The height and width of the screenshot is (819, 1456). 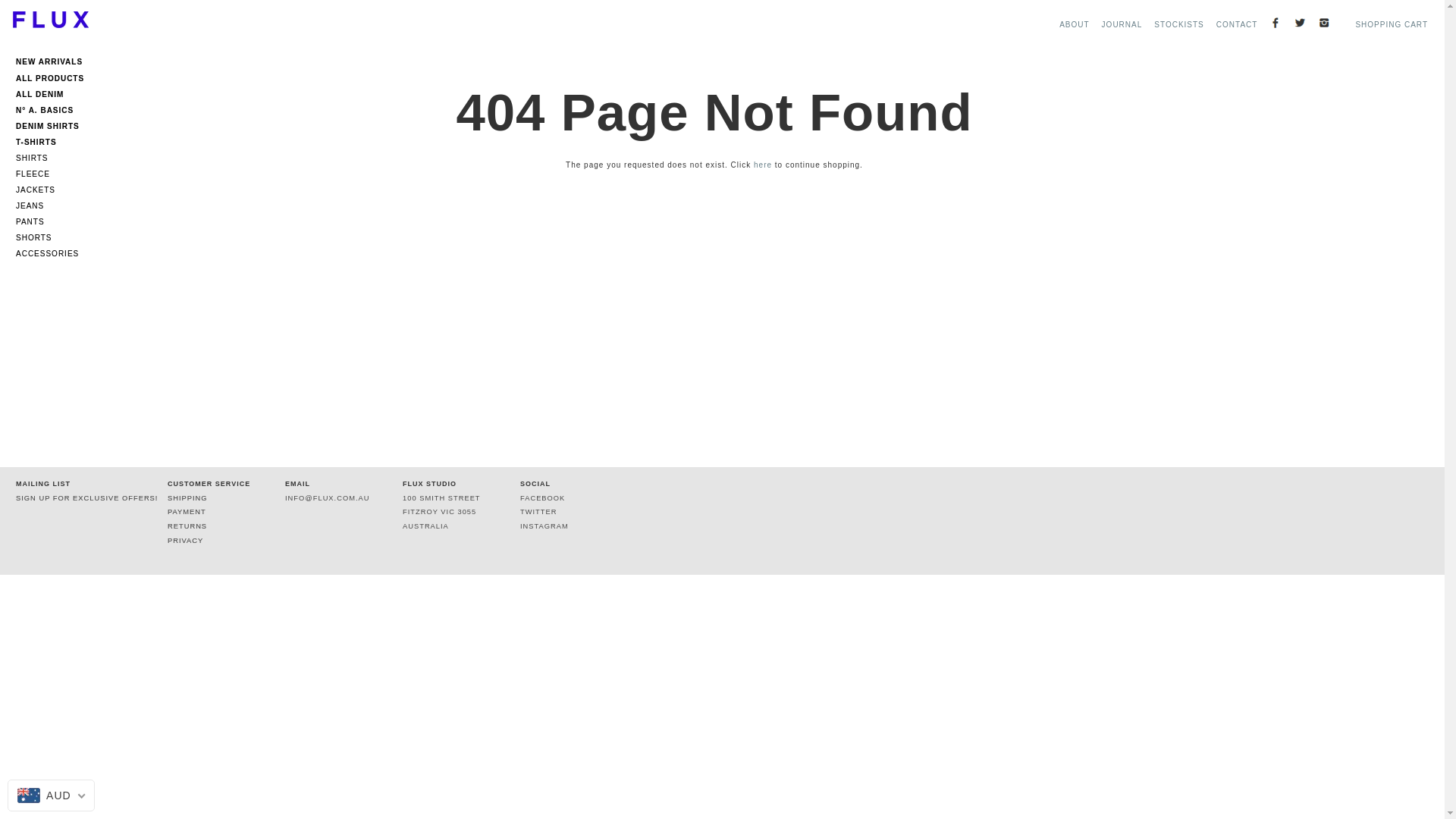 What do you see at coordinates (1391, 24) in the screenshot?
I see `'SHOPPING CART'` at bounding box center [1391, 24].